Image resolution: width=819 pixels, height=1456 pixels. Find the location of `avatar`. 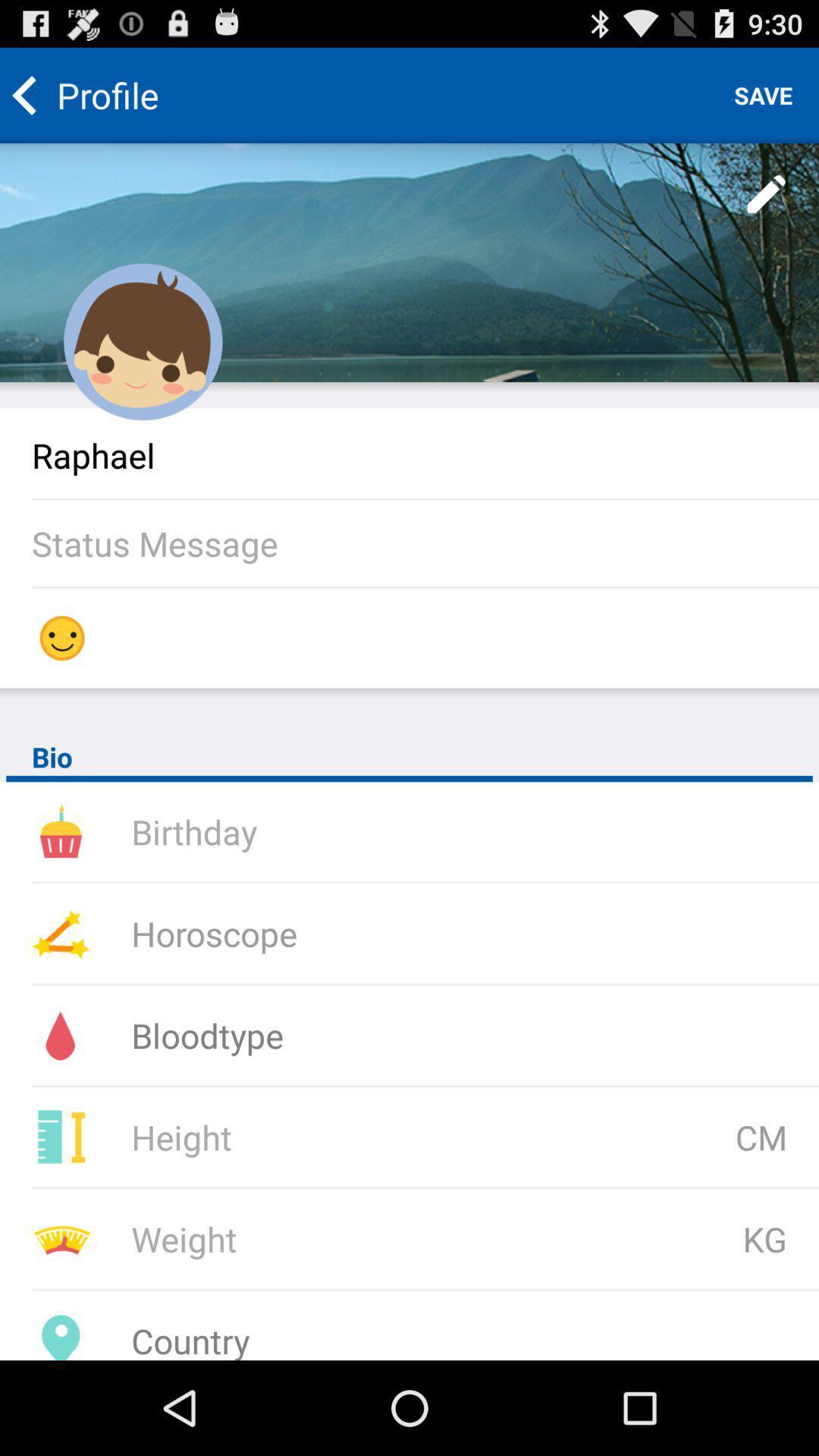

avatar is located at coordinates (143, 341).